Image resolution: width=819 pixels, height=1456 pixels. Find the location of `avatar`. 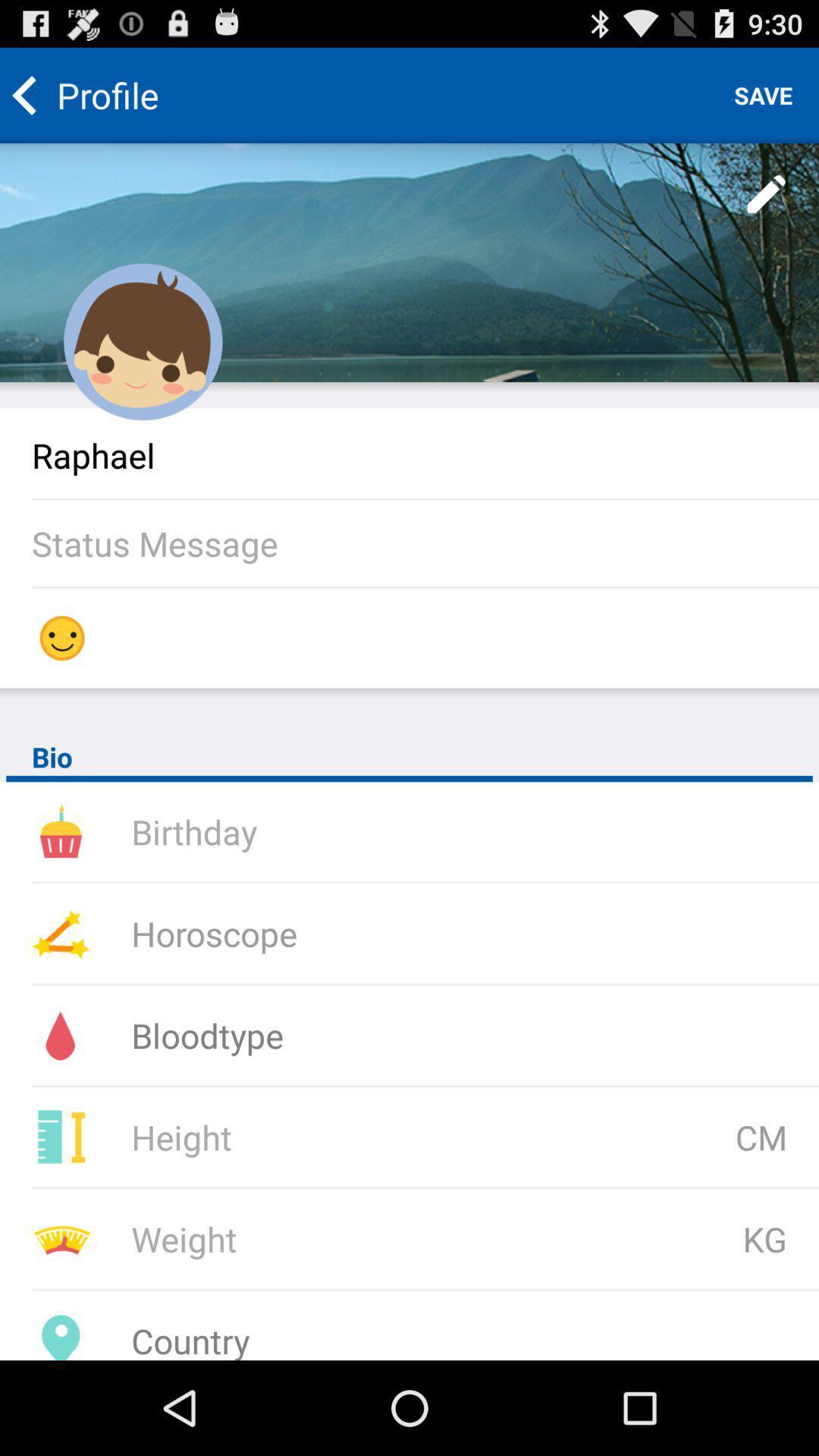

avatar is located at coordinates (143, 341).